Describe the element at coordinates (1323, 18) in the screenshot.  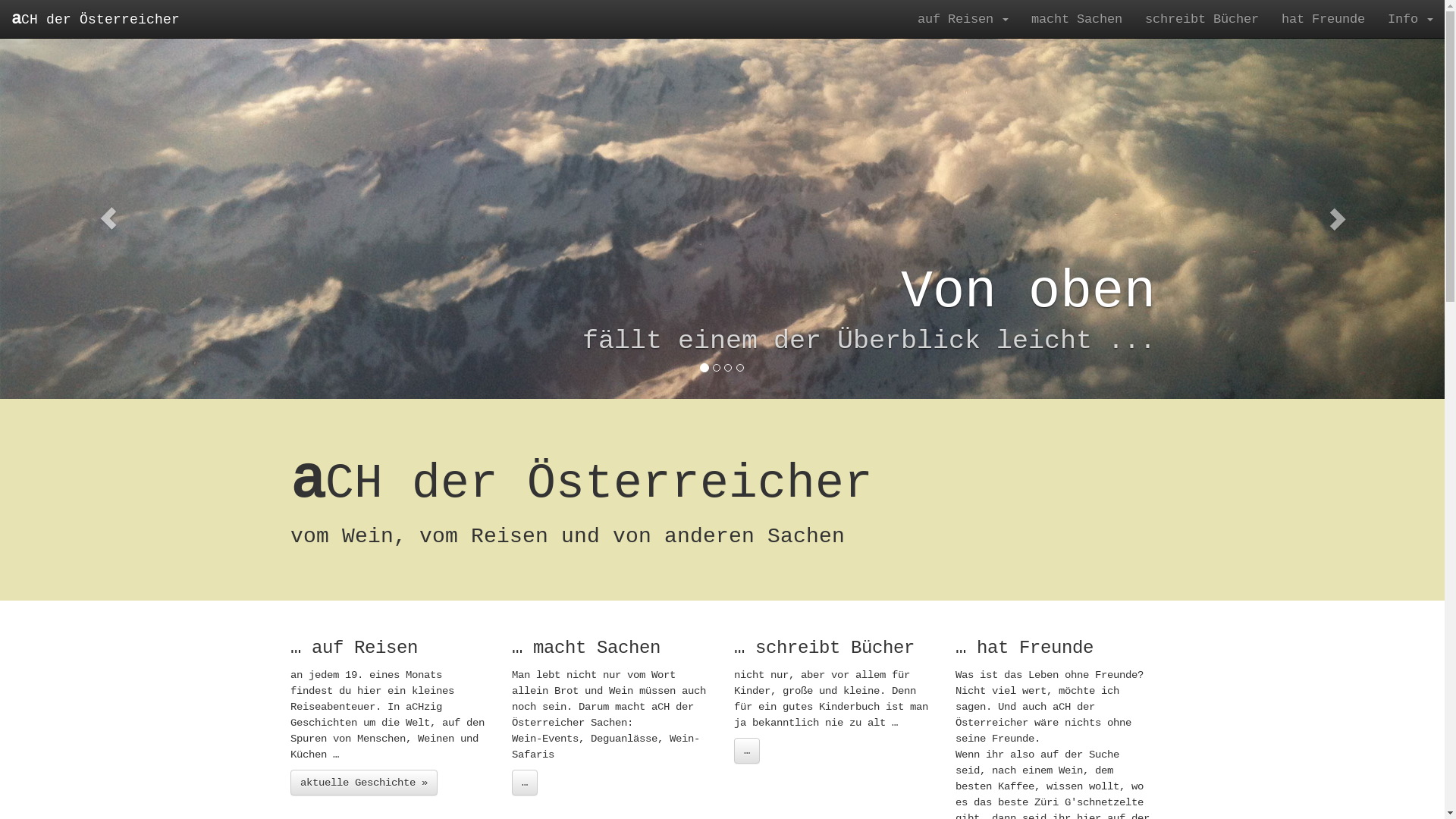
I see `'hat Freunde'` at that location.